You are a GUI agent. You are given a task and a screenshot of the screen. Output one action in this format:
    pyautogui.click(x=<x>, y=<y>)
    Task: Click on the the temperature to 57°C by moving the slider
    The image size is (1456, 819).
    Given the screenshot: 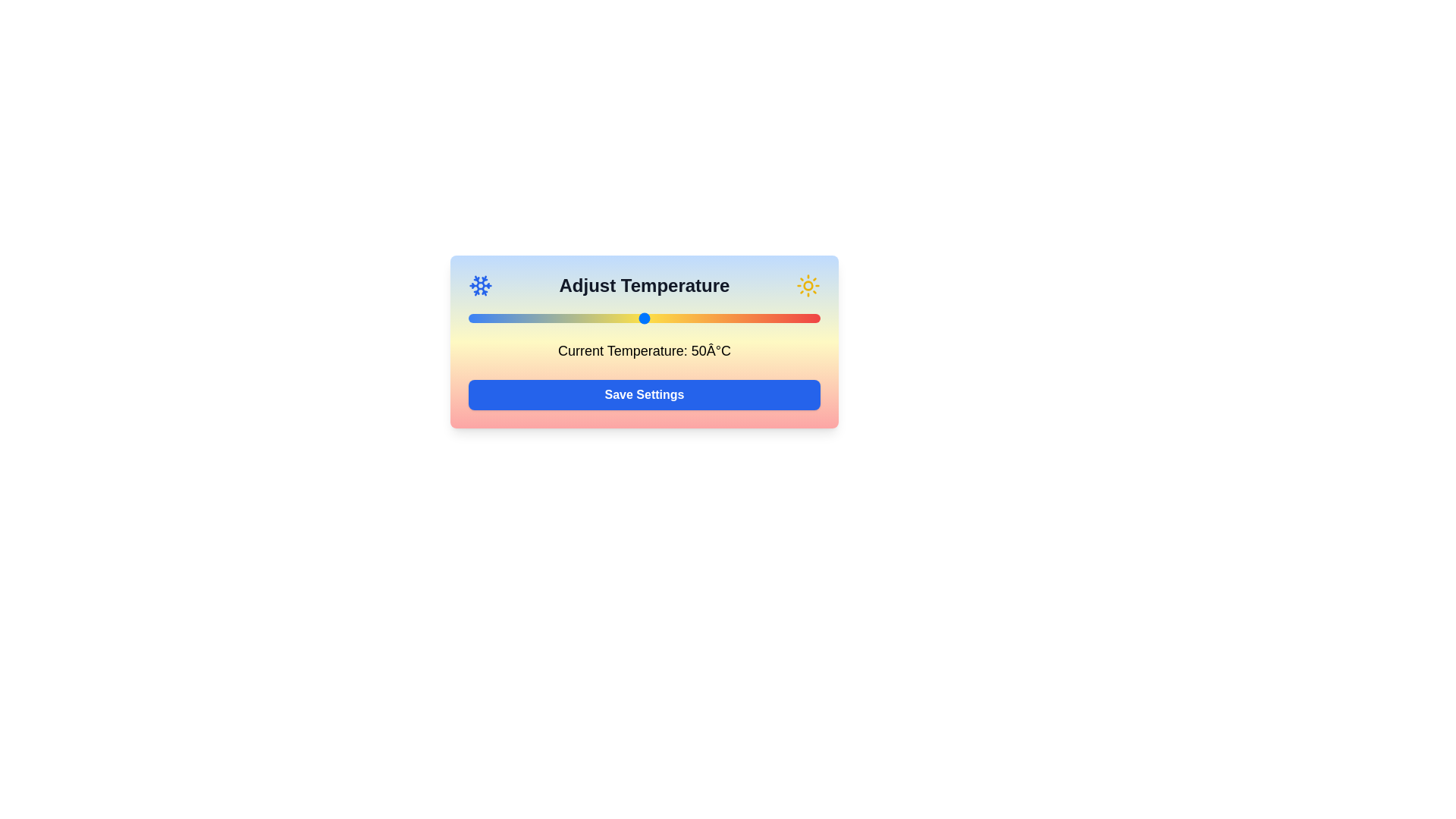 What is the action you would take?
    pyautogui.click(x=668, y=318)
    